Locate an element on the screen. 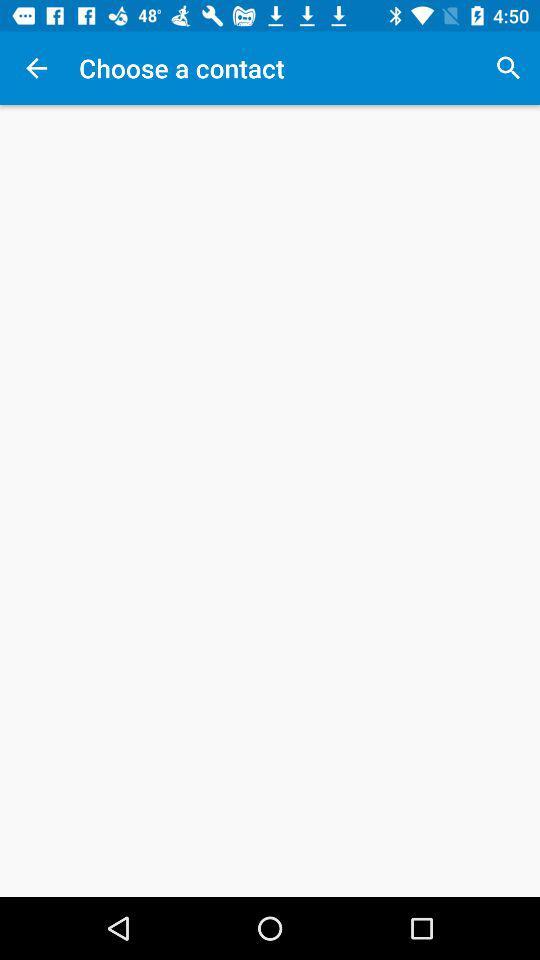 The height and width of the screenshot is (960, 540). the item at the top right corner is located at coordinates (508, 68).